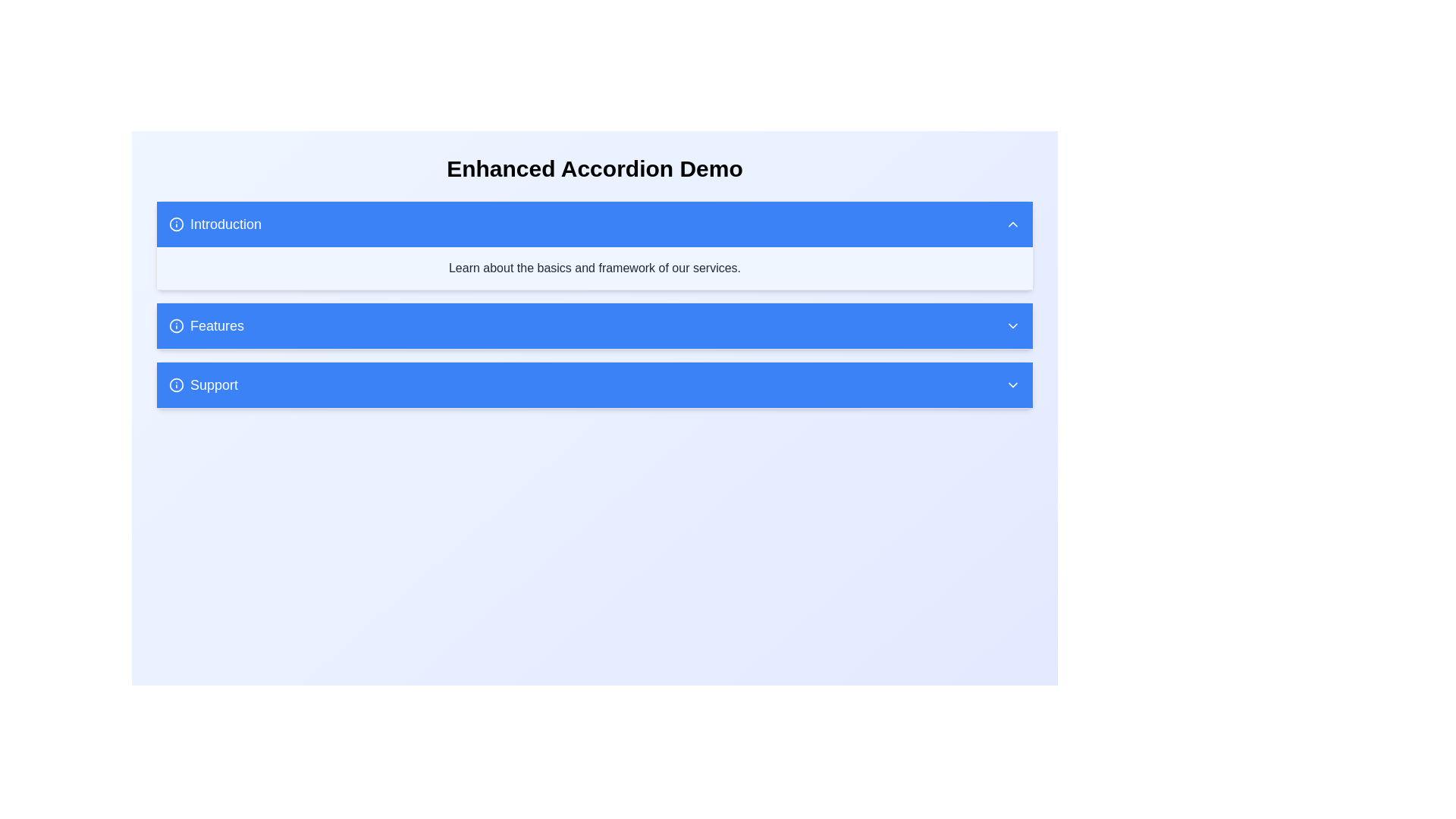 This screenshot has height=819, width=1456. What do you see at coordinates (202, 384) in the screenshot?
I see `the 'Support' label within the accordion menu, which is the leftmost component of the third section titled 'Support' and is visually unified with a circular icon containing an 'i'` at bounding box center [202, 384].